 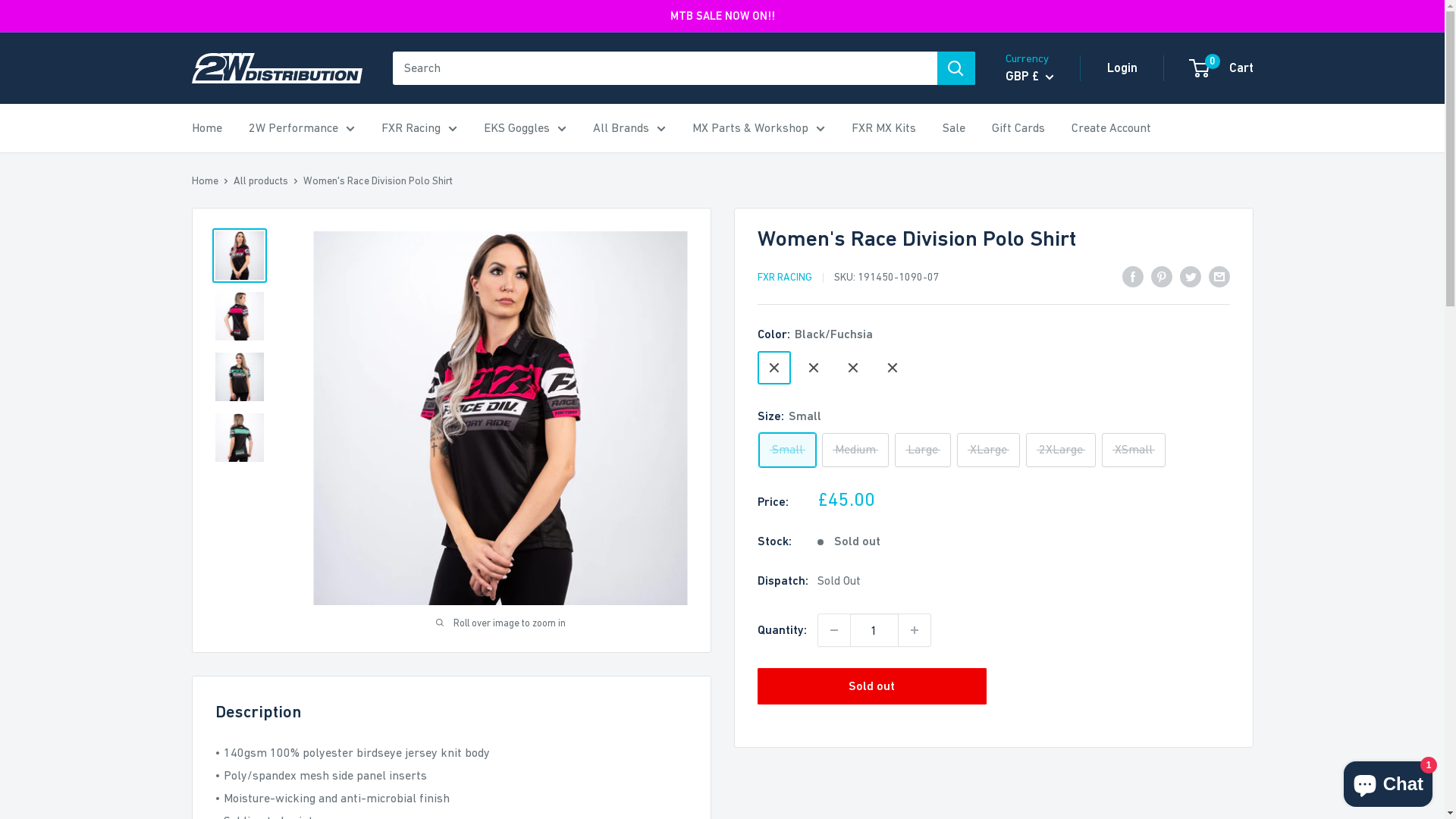 I want to click on '2W Distribution', so click(x=276, y=67).